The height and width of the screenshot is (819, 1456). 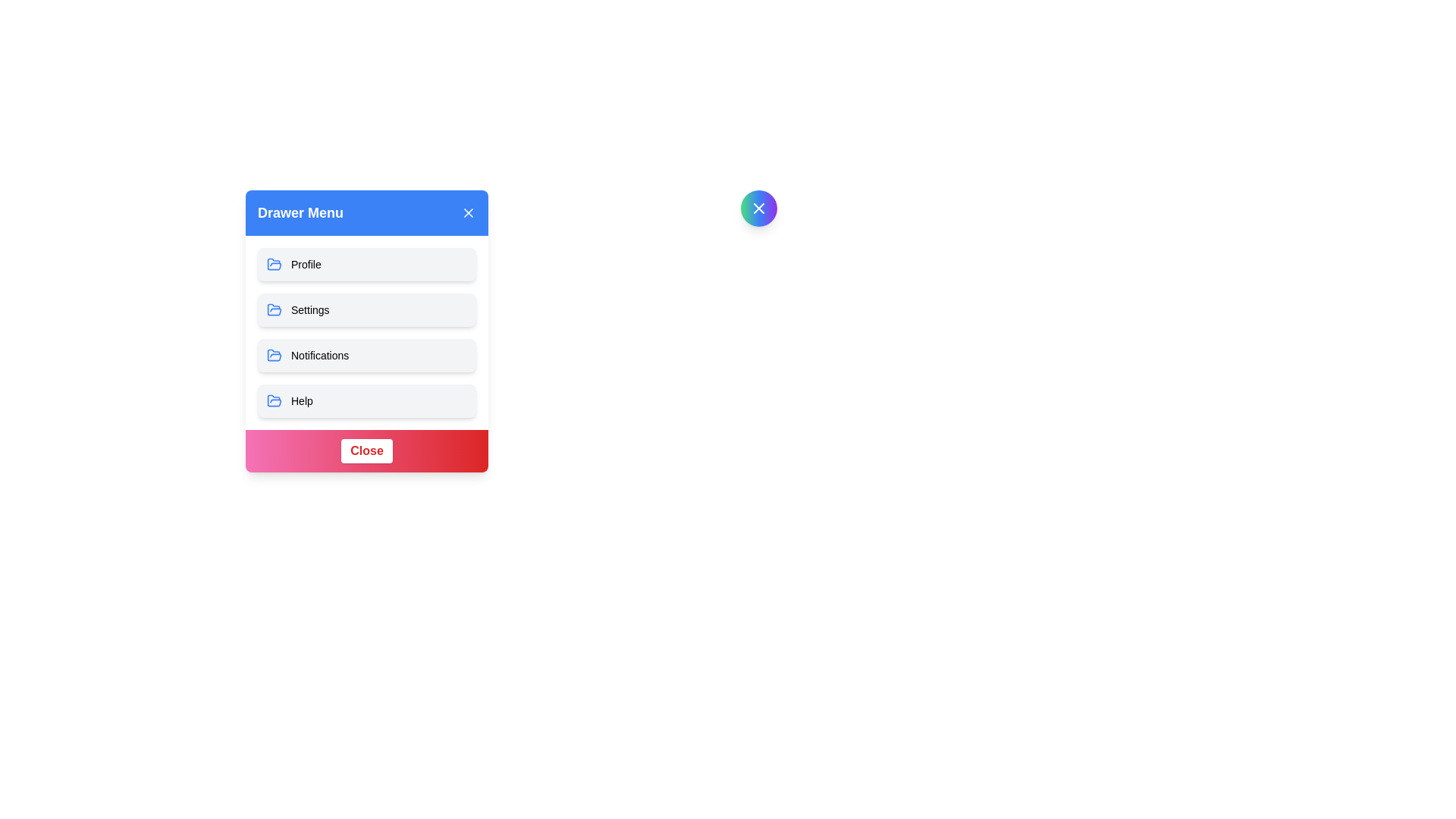 What do you see at coordinates (367, 450) in the screenshot?
I see `the 'Close' button with a white background and red text located at the bottom edge of the menu panel` at bounding box center [367, 450].